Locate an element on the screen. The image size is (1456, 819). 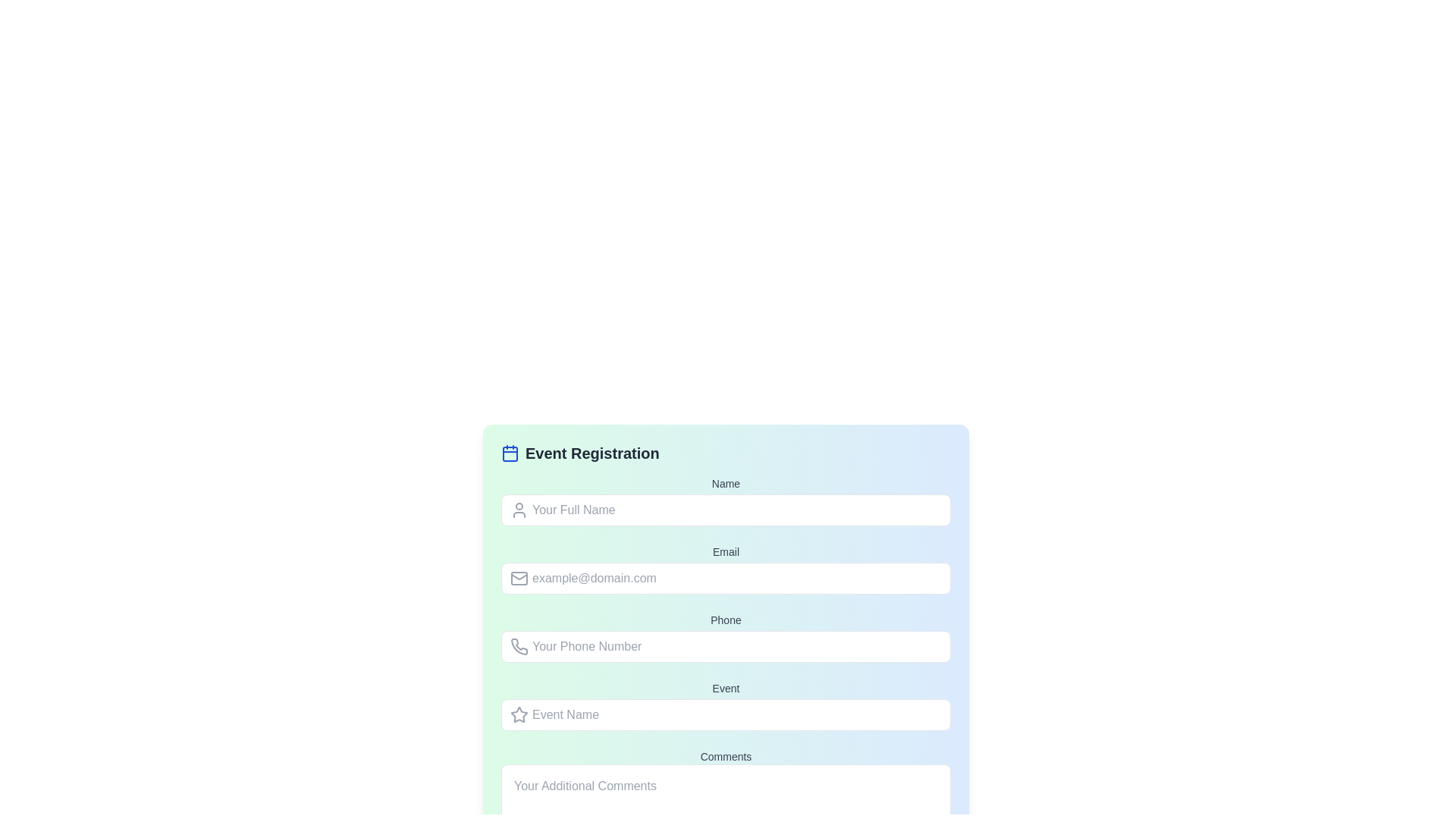
the decorative component of the calendar icon, which is located at the center of the icon displayed to the left of the 'Event Registration' heading is located at coordinates (510, 453).